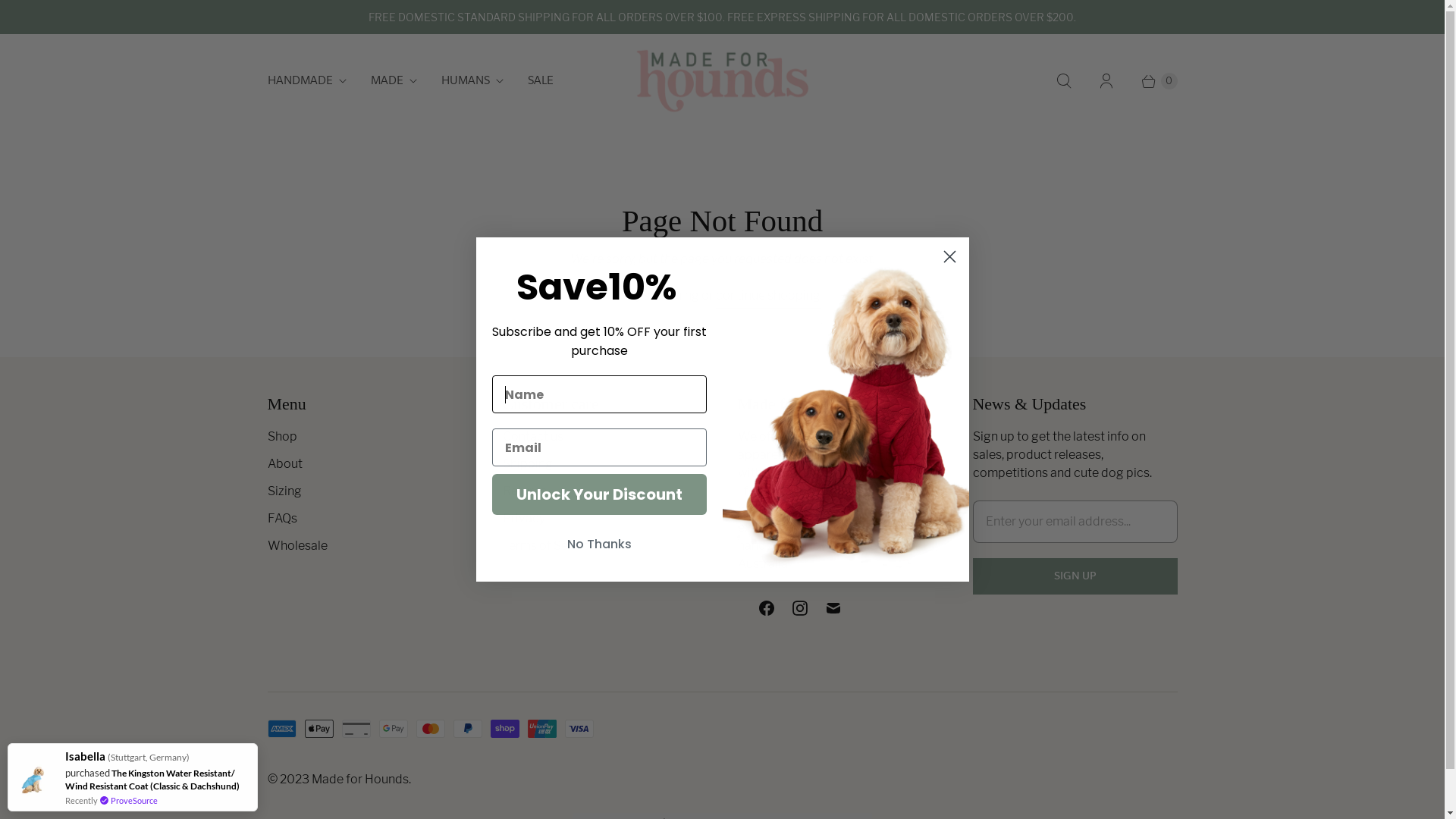 The width and height of the screenshot is (1456, 819). I want to click on 'About', so click(284, 463).